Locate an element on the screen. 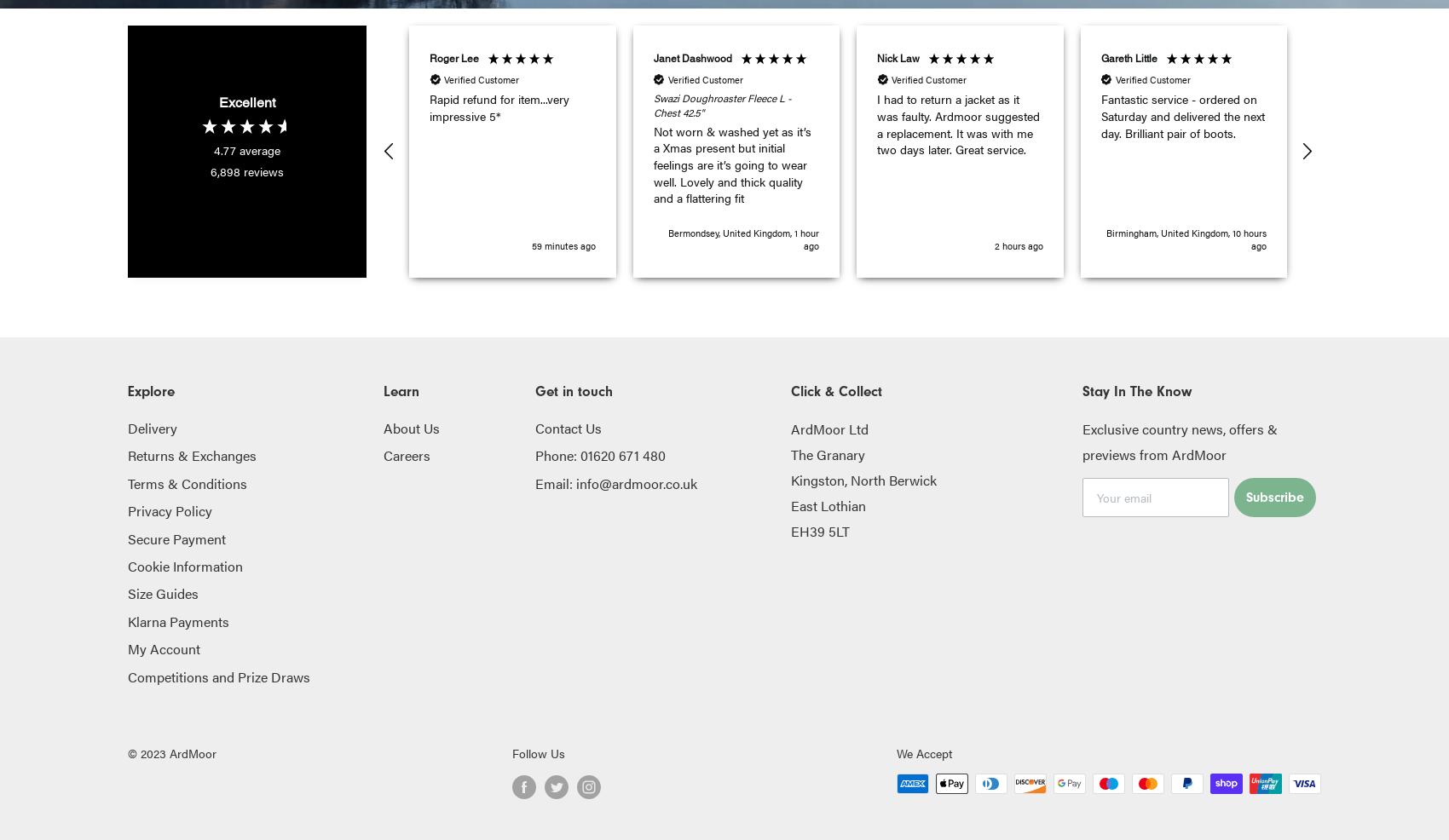 This screenshot has height=840, width=1449. 'East Lothian' is located at coordinates (828, 504).